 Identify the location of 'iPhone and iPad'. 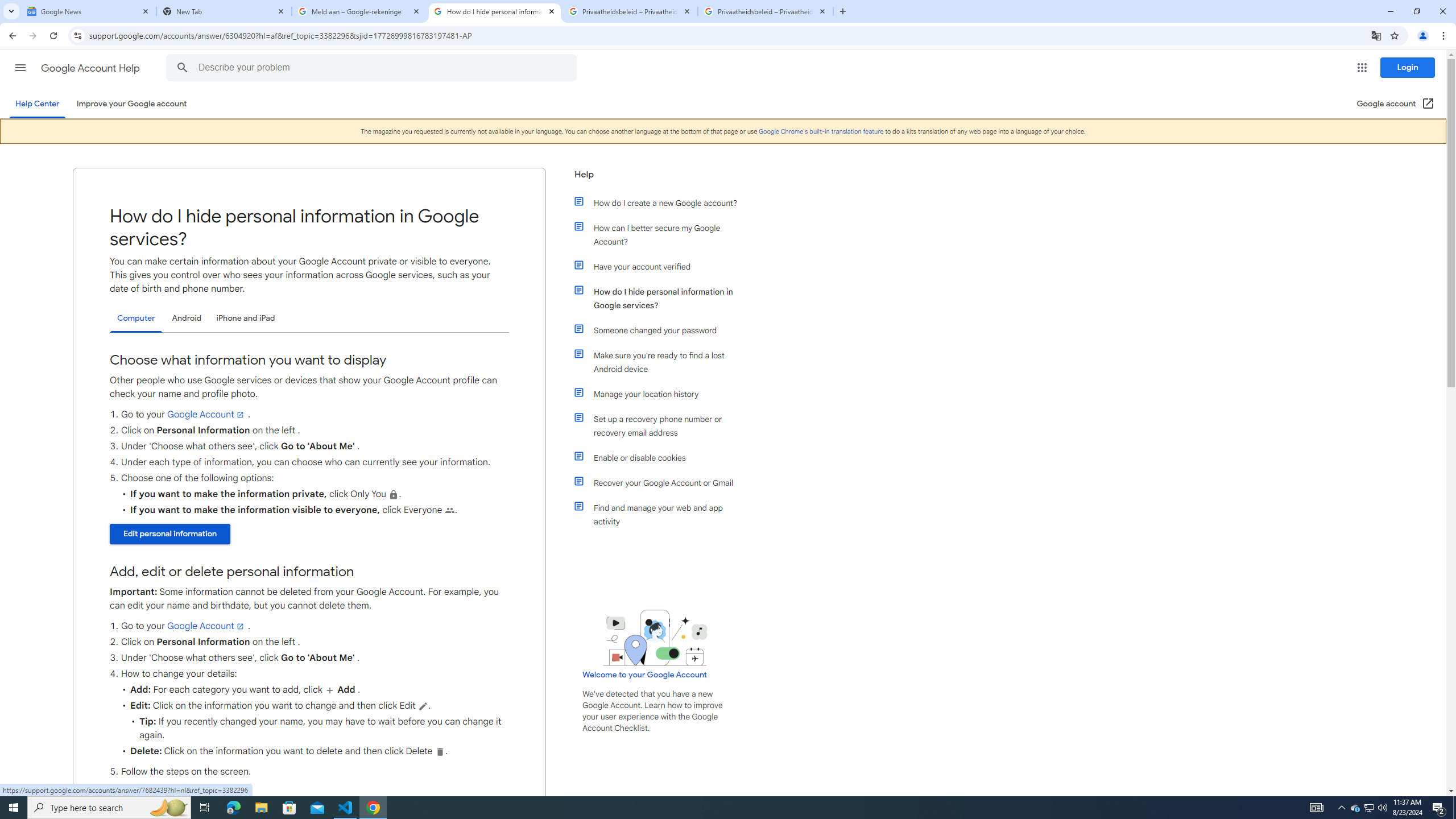
(245, 318).